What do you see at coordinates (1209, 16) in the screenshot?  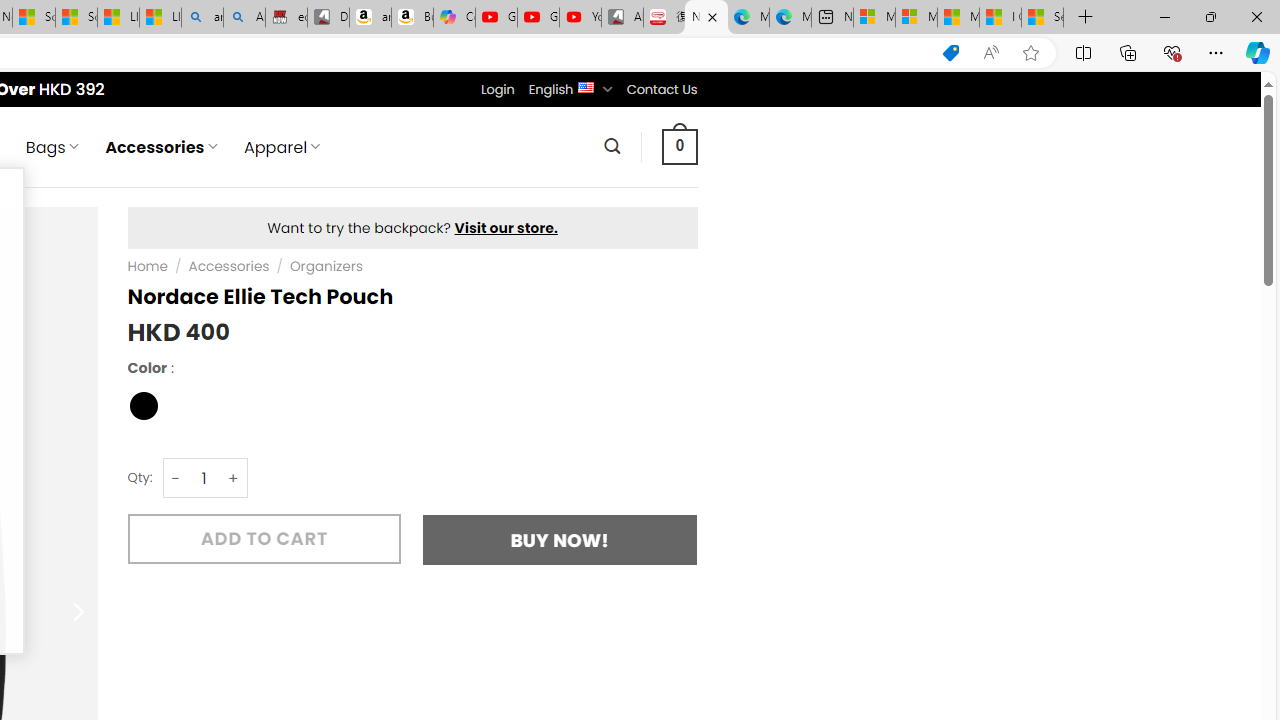 I see `'Restore'` at bounding box center [1209, 16].